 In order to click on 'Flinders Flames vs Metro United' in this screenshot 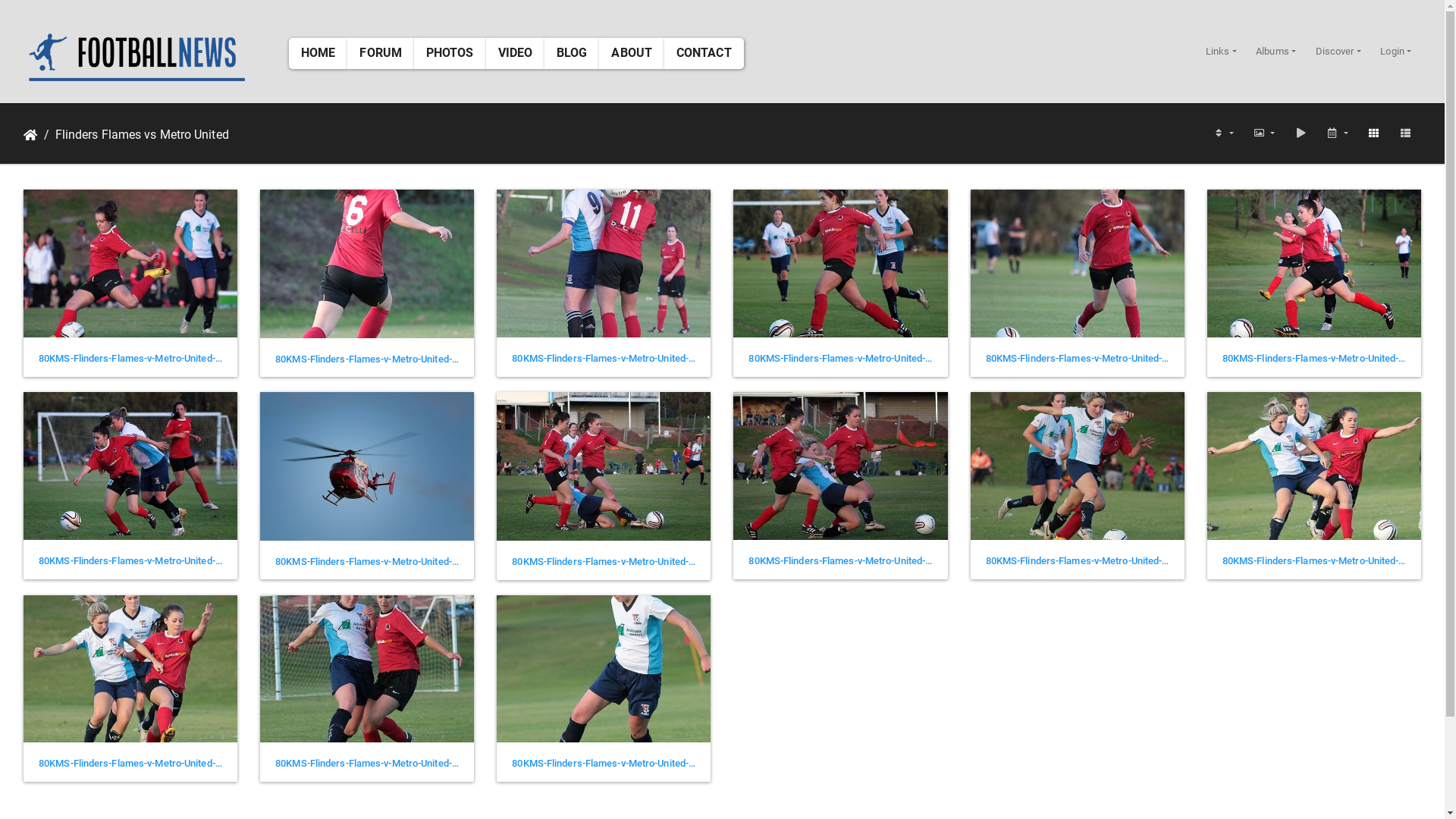, I will do `click(133, 133)`.